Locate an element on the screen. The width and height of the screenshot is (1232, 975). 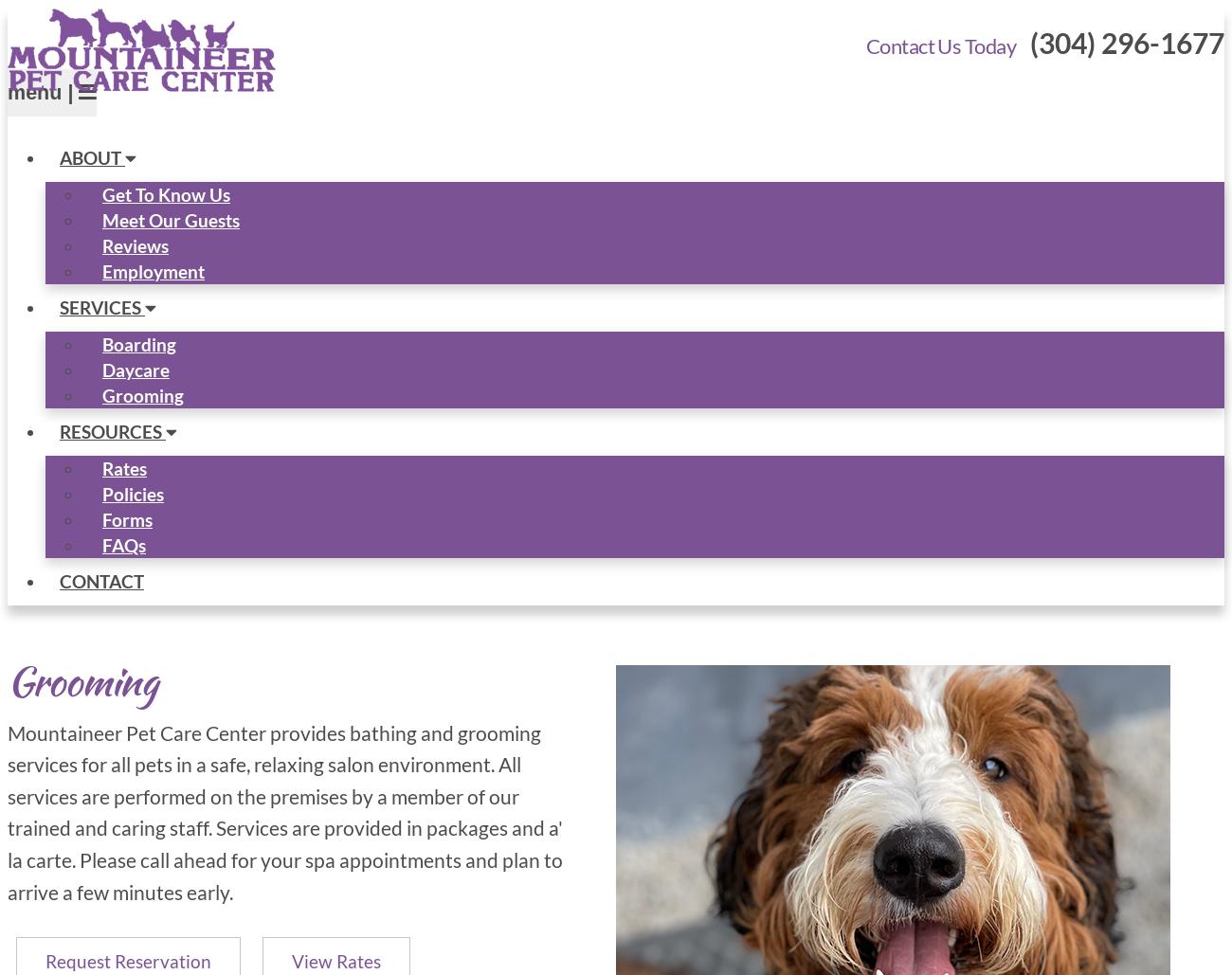
'Daycare' is located at coordinates (102, 368).